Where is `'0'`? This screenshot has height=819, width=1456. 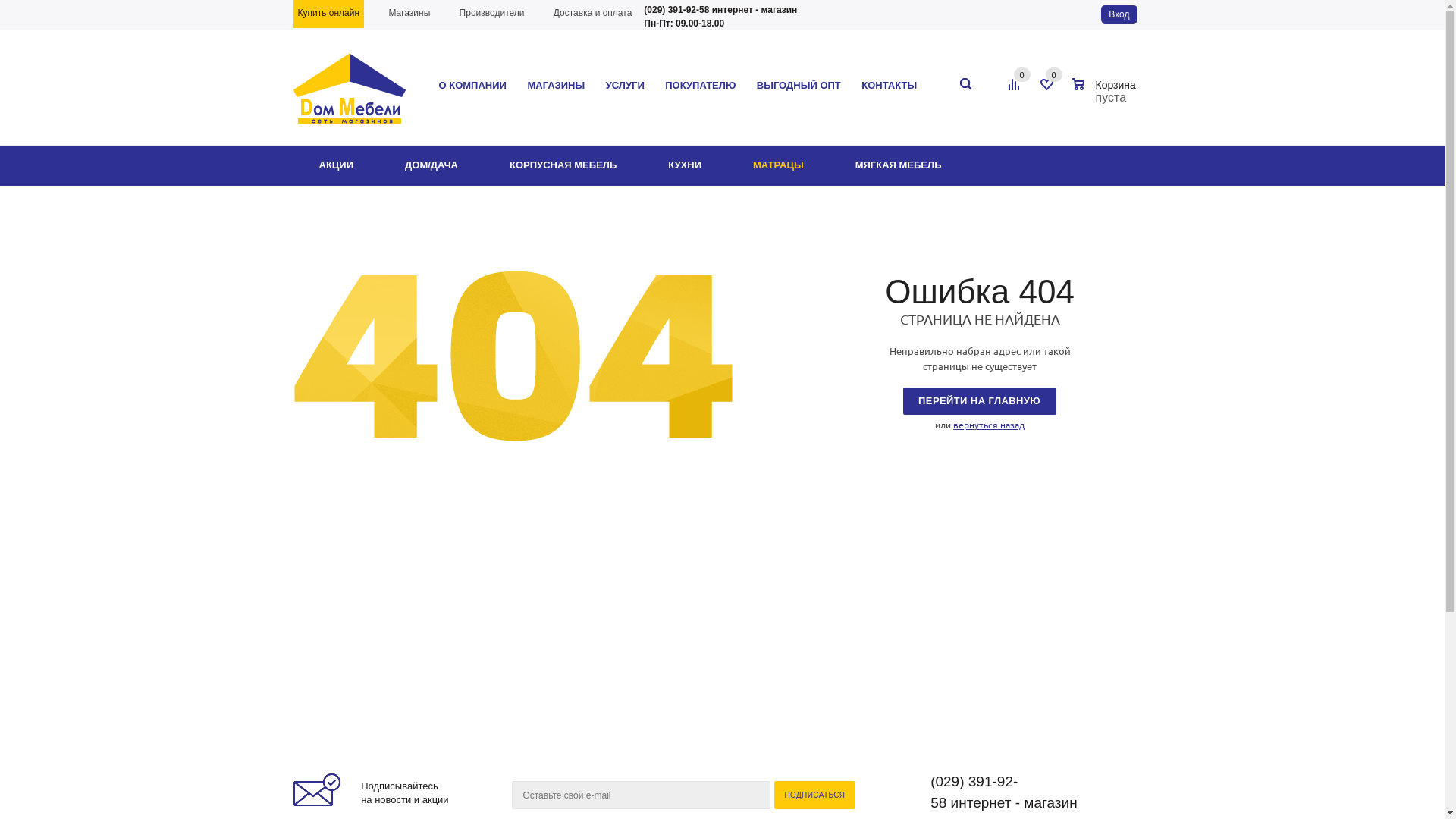
'0' is located at coordinates (1012, 74).